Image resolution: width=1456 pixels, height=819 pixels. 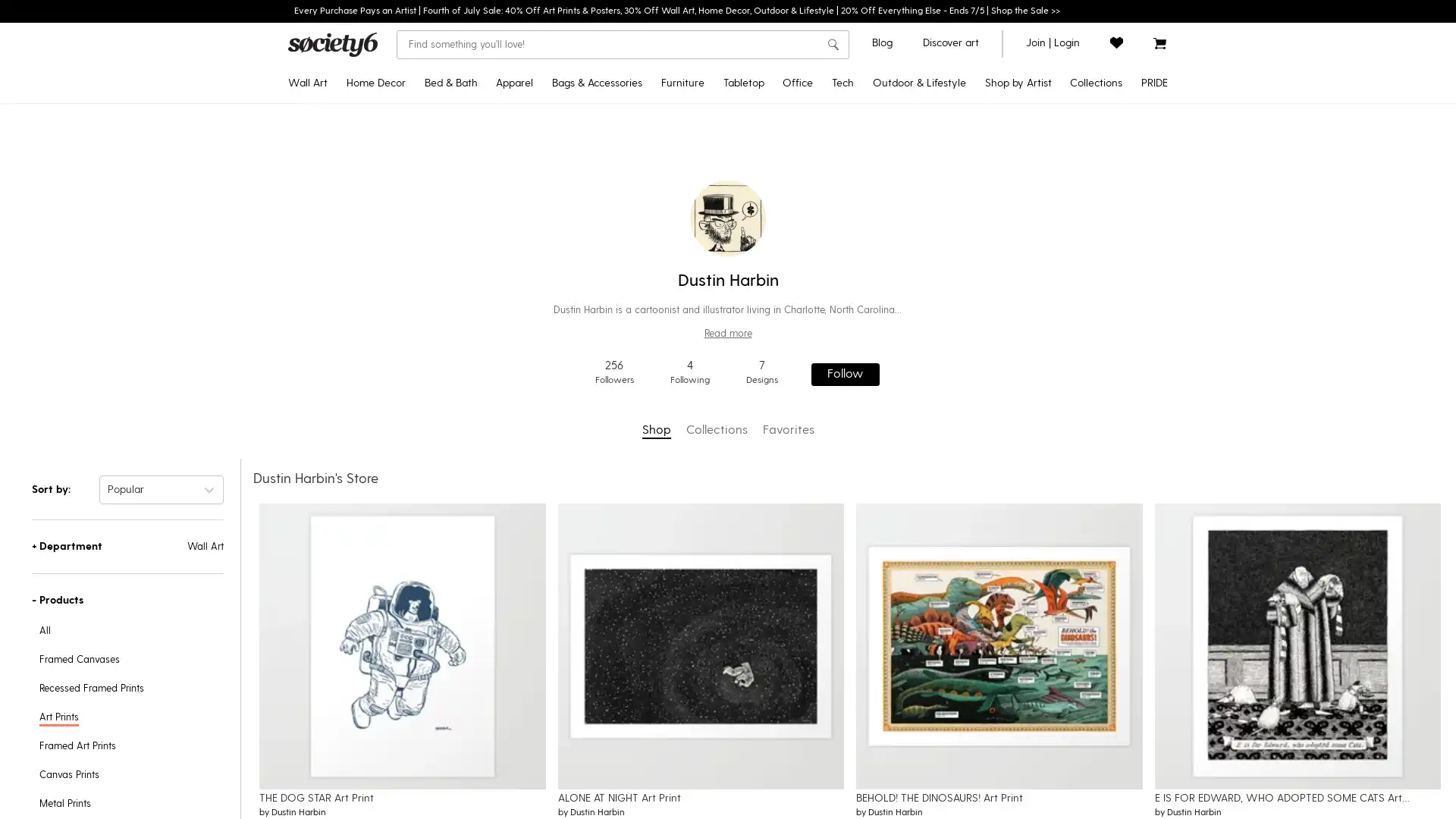 I want to click on Serving Trays, so click(x=771, y=341).